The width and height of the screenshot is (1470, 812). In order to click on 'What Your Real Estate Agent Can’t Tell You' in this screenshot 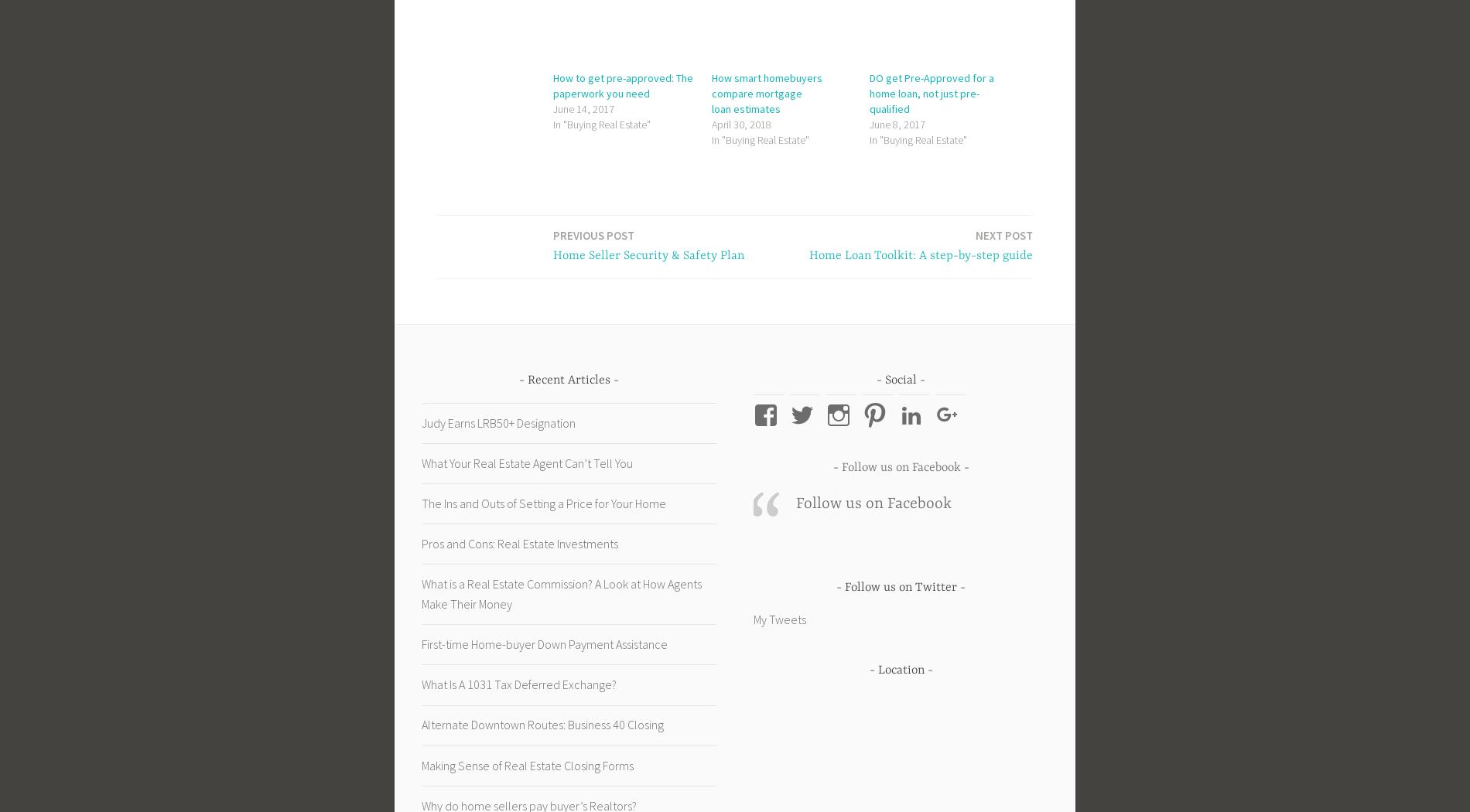, I will do `click(527, 461)`.